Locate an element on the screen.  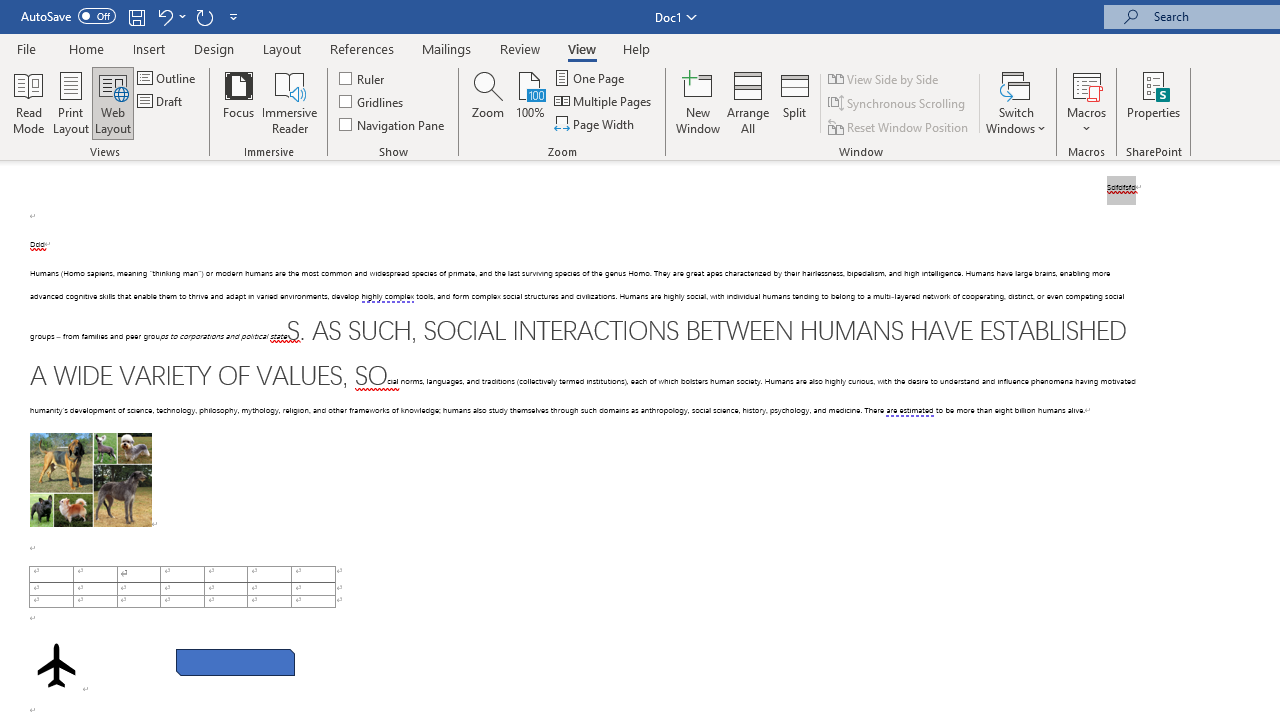
'Gridlines' is located at coordinates (372, 101).